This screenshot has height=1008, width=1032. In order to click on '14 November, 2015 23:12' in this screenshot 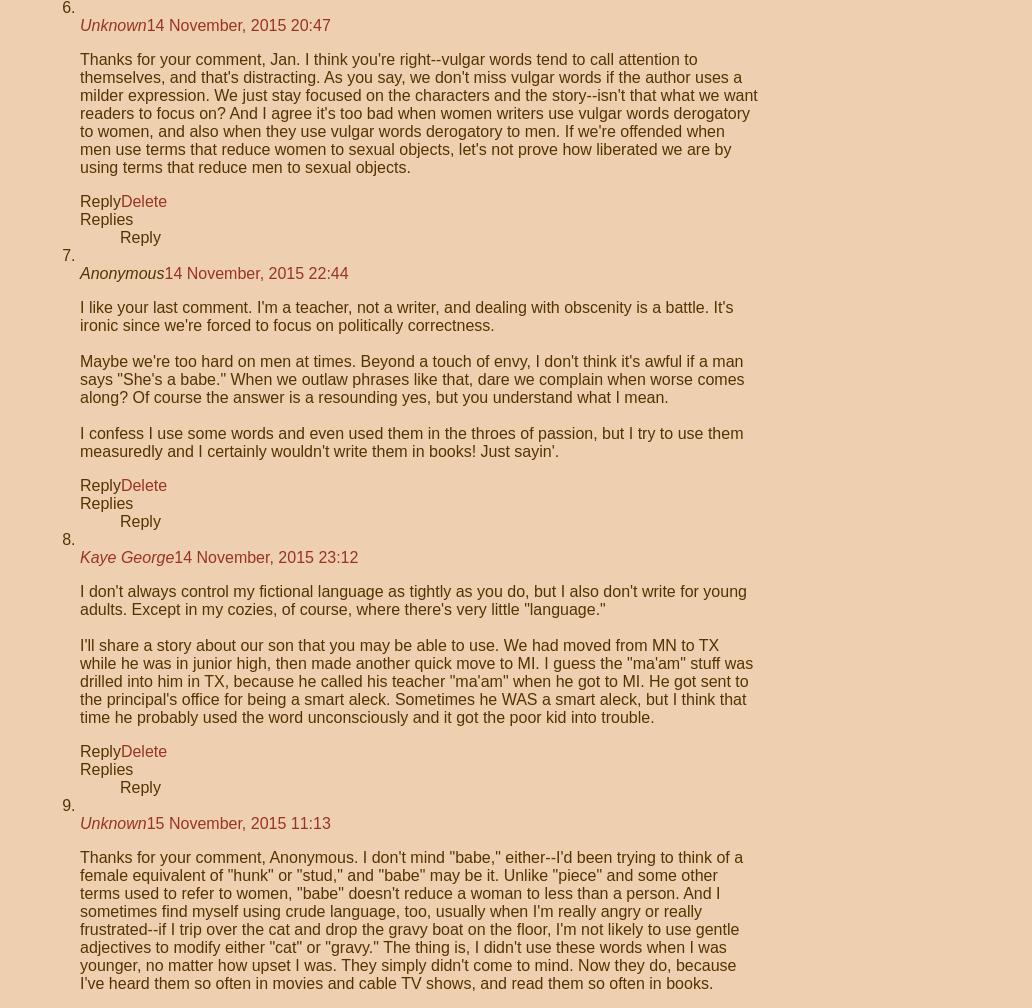, I will do `click(266, 557)`.